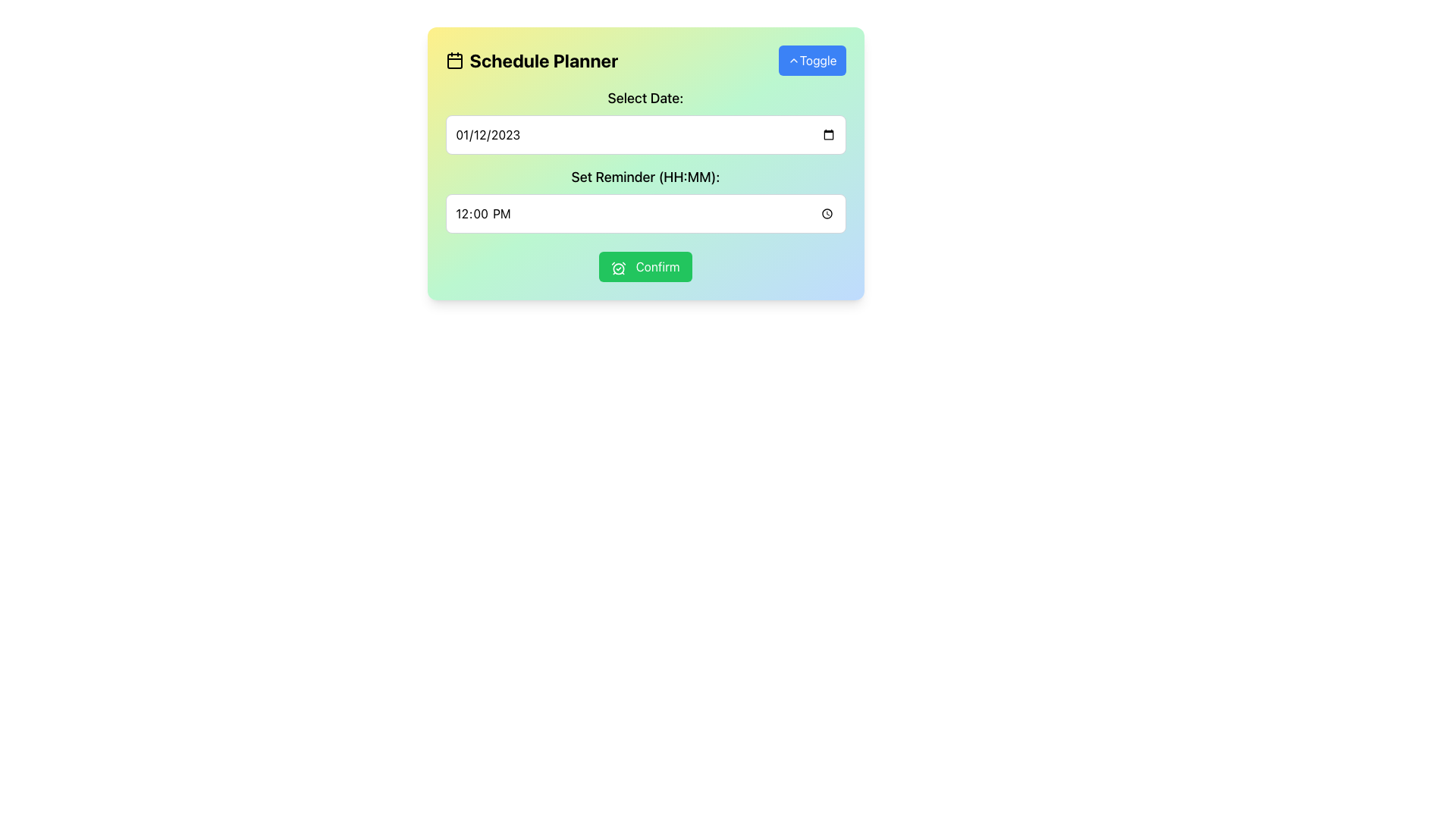 The width and height of the screenshot is (1456, 819). I want to click on the decorative calendar icon located to the left of the 'Schedule Planner' title at the top of the UI section, so click(453, 60).